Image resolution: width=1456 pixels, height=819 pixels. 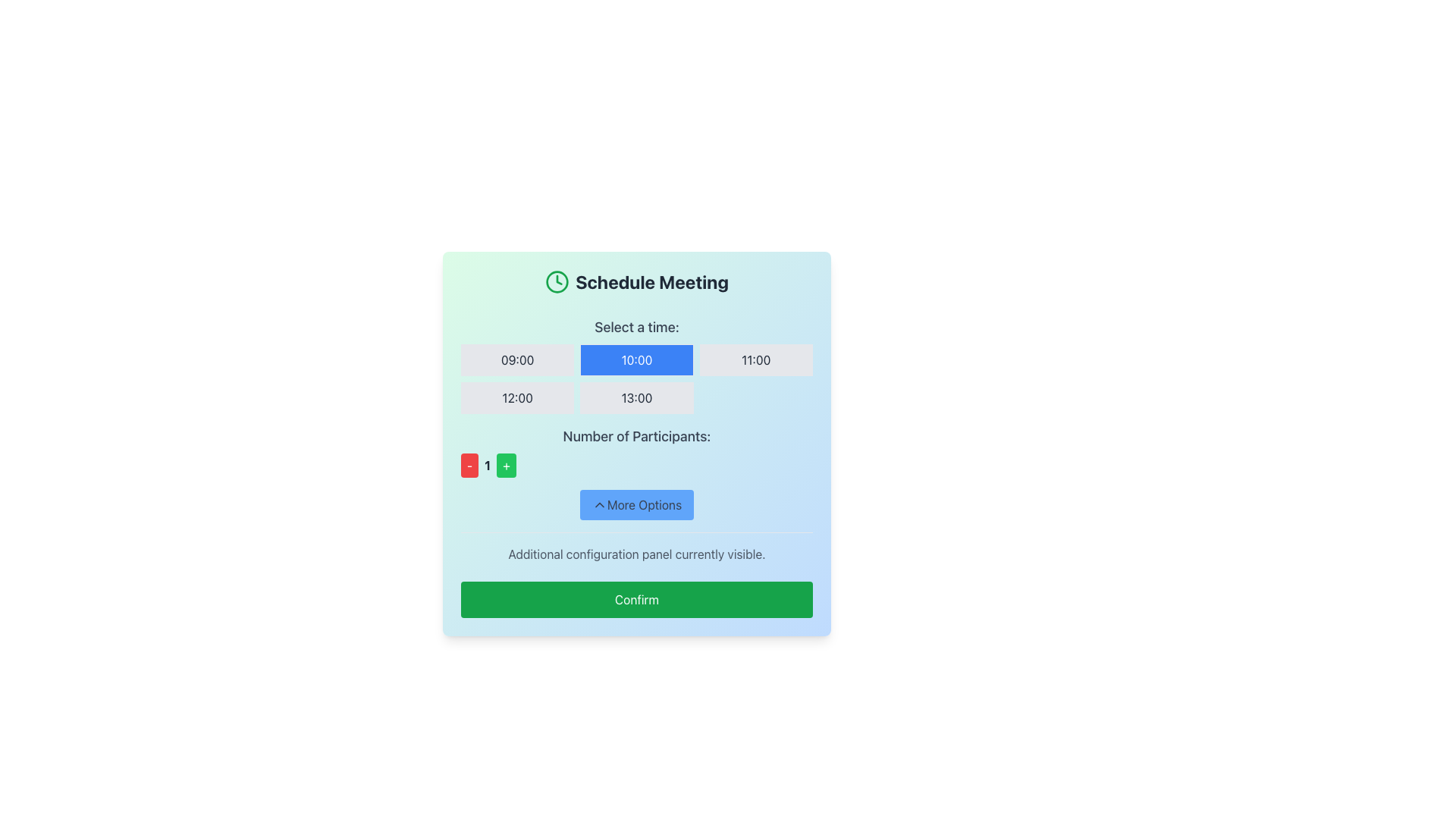 What do you see at coordinates (637, 281) in the screenshot?
I see `the static text label with an icon that serves as the title for the scheduling meeting interface, located at the top of the card layout` at bounding box center [637, 281].